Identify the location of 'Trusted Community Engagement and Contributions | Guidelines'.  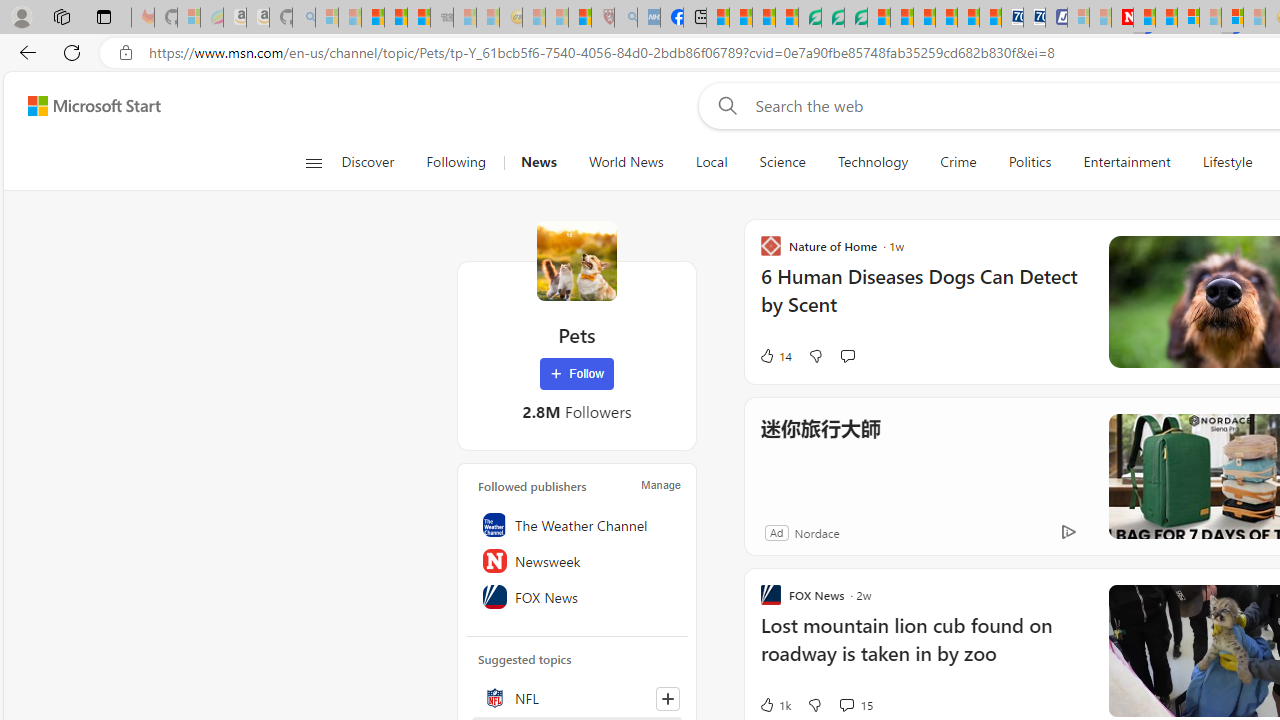
(1144, 17).